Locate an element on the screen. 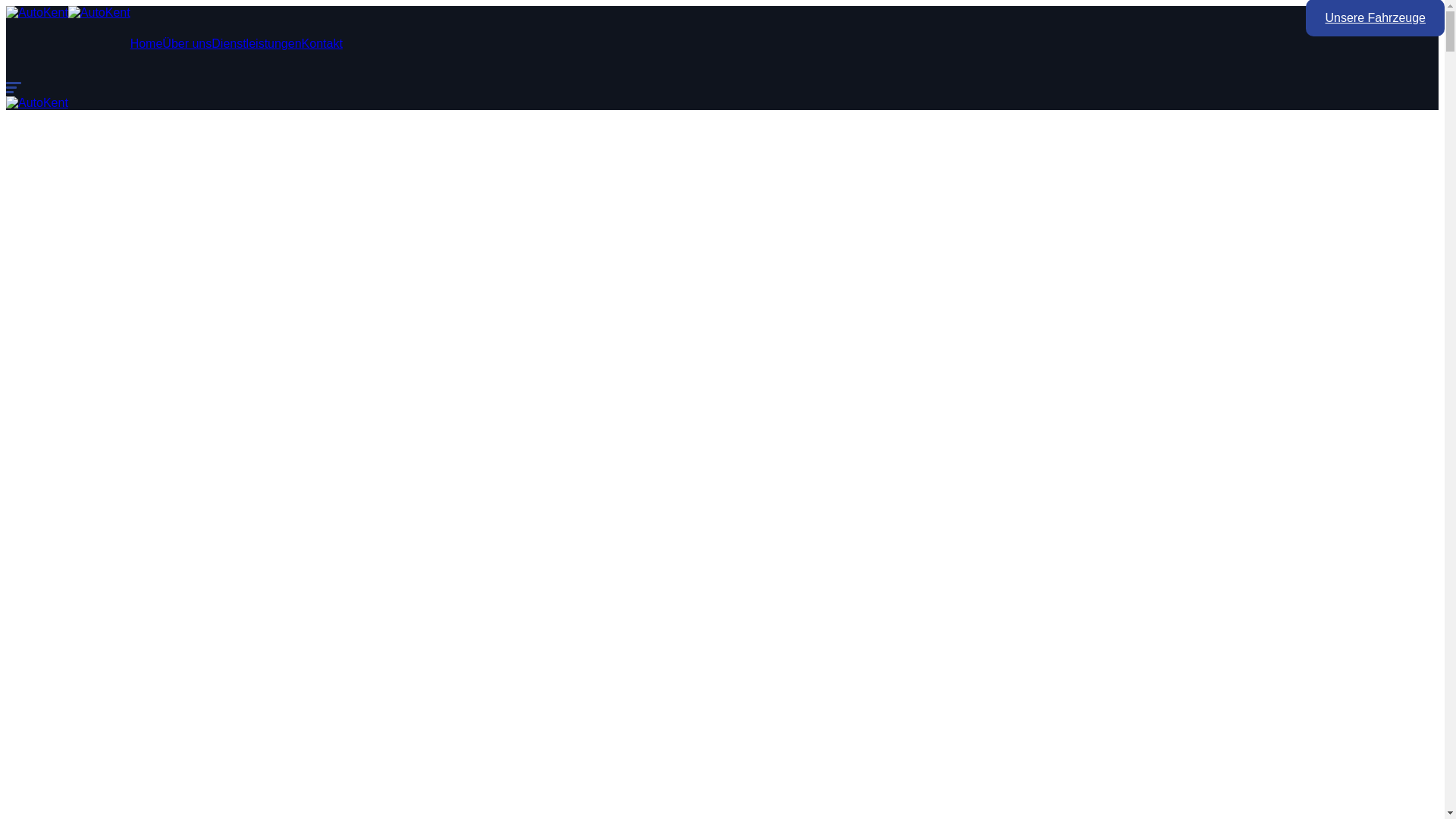  'Kontakt' is located at coordinates (302, 42).